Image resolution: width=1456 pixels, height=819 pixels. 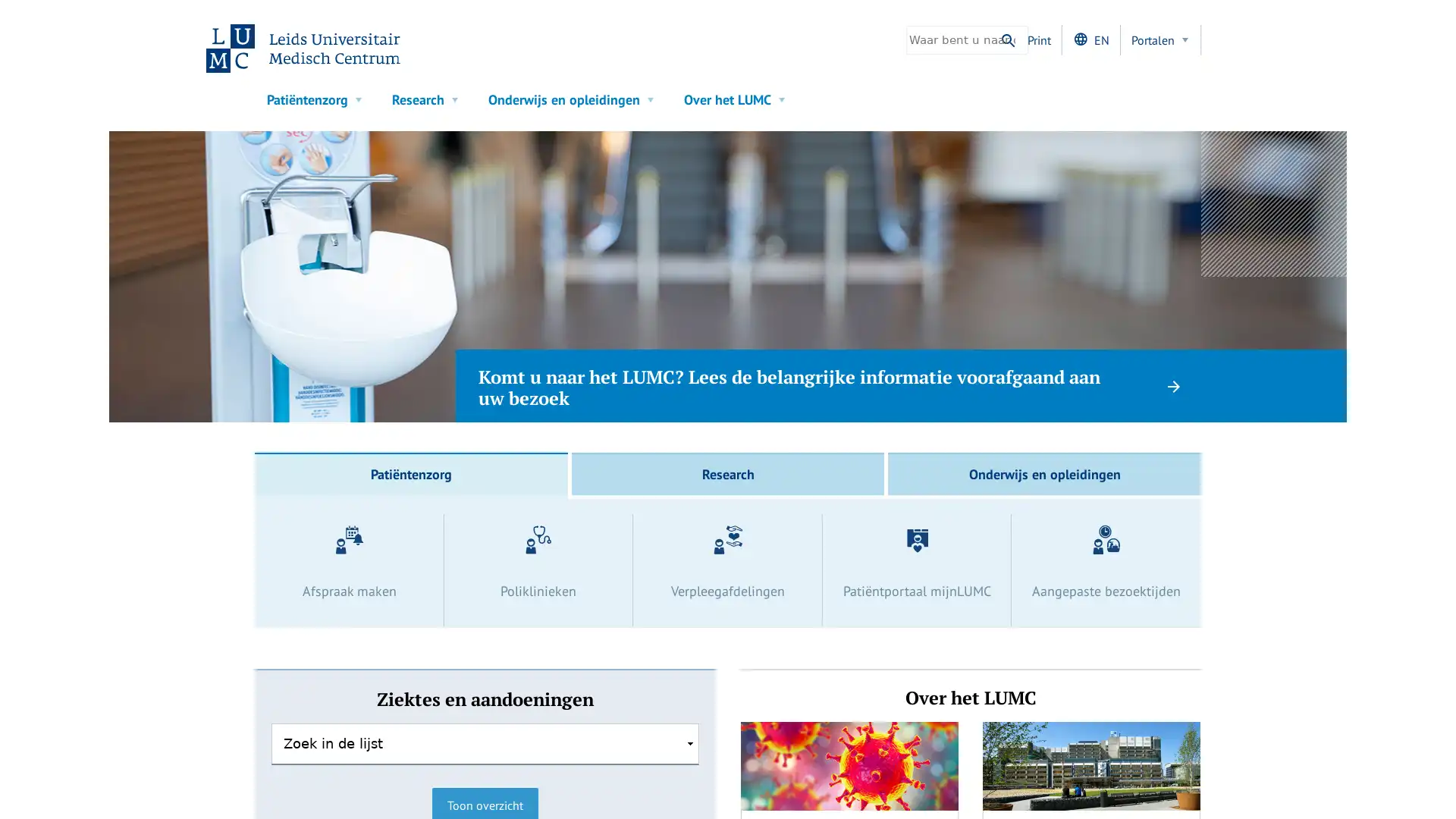 What do you see at coordinates (1160, 39) in the screenshot?
I see `Portalen` at bounding box center [1160, 39].